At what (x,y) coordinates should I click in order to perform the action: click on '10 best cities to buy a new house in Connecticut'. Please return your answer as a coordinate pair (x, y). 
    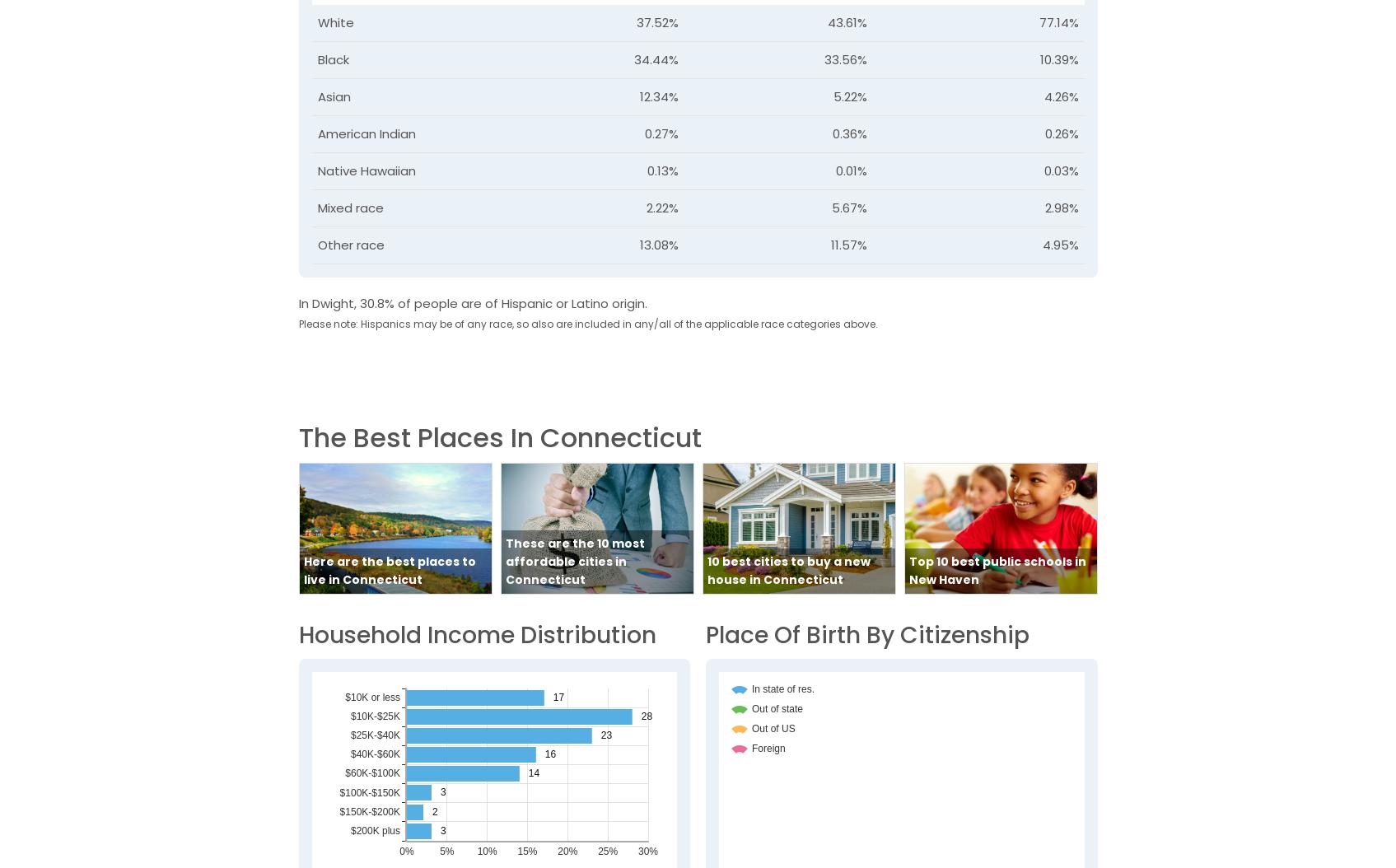
    Looking at the image, I should click on (787, 570).